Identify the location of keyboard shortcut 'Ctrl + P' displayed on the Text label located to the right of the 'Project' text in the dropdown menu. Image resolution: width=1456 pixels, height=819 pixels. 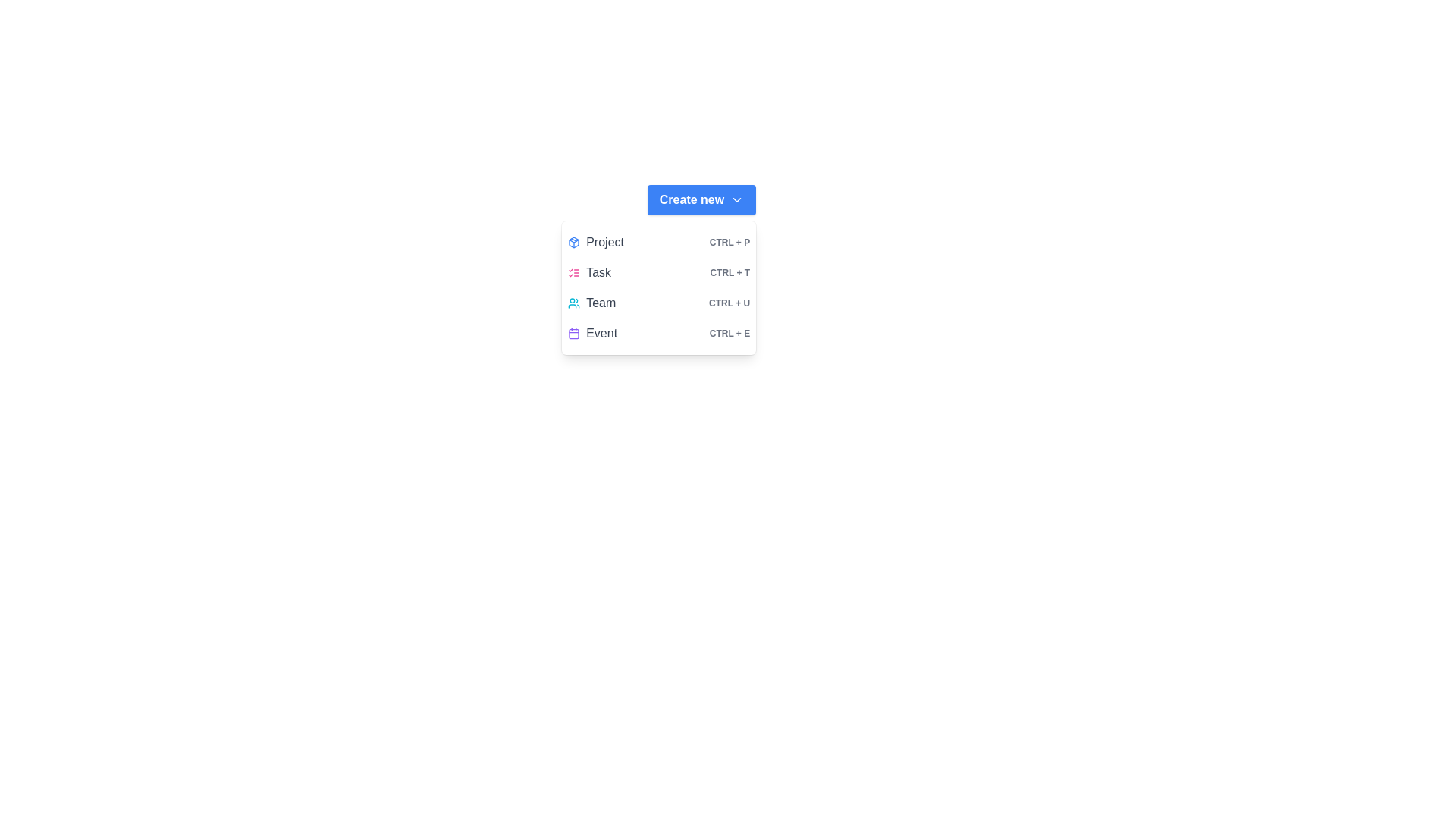
(730, 242).